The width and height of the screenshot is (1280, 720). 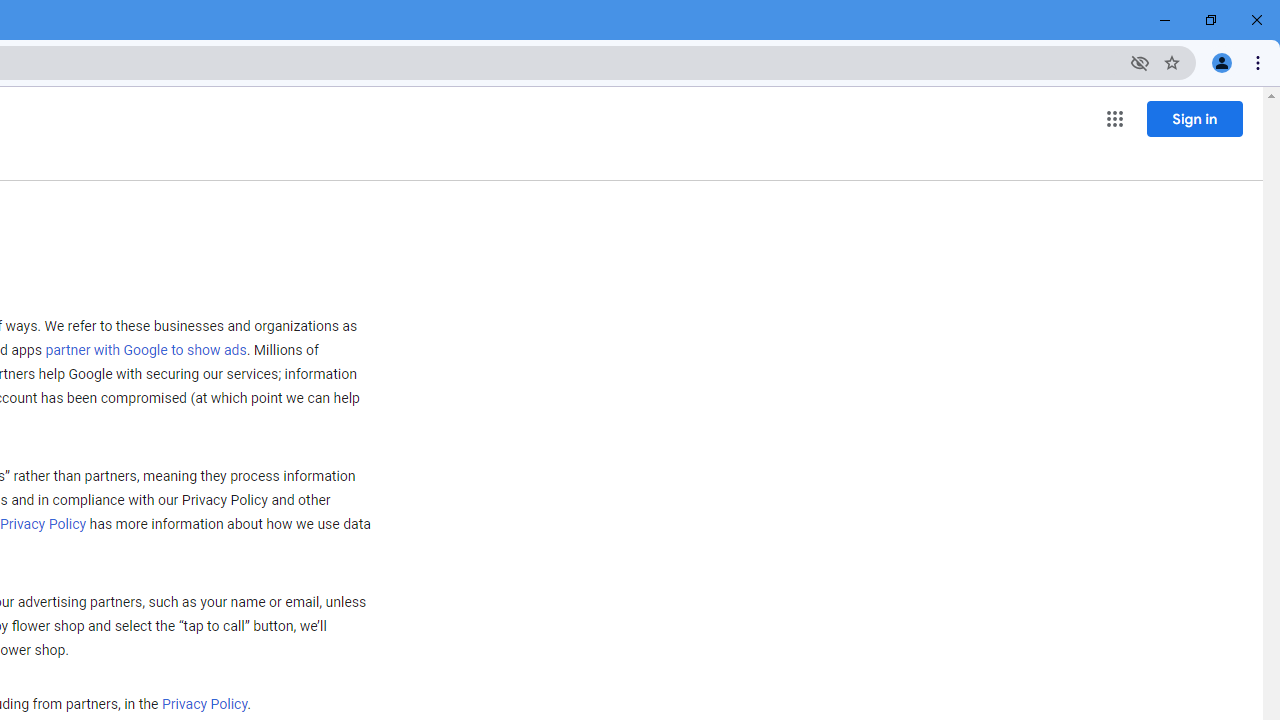 What do you see at coordinates (144, 350) in the screenshot?
I see `'partner with Google to show ads'` at bounding box center [144, 350].